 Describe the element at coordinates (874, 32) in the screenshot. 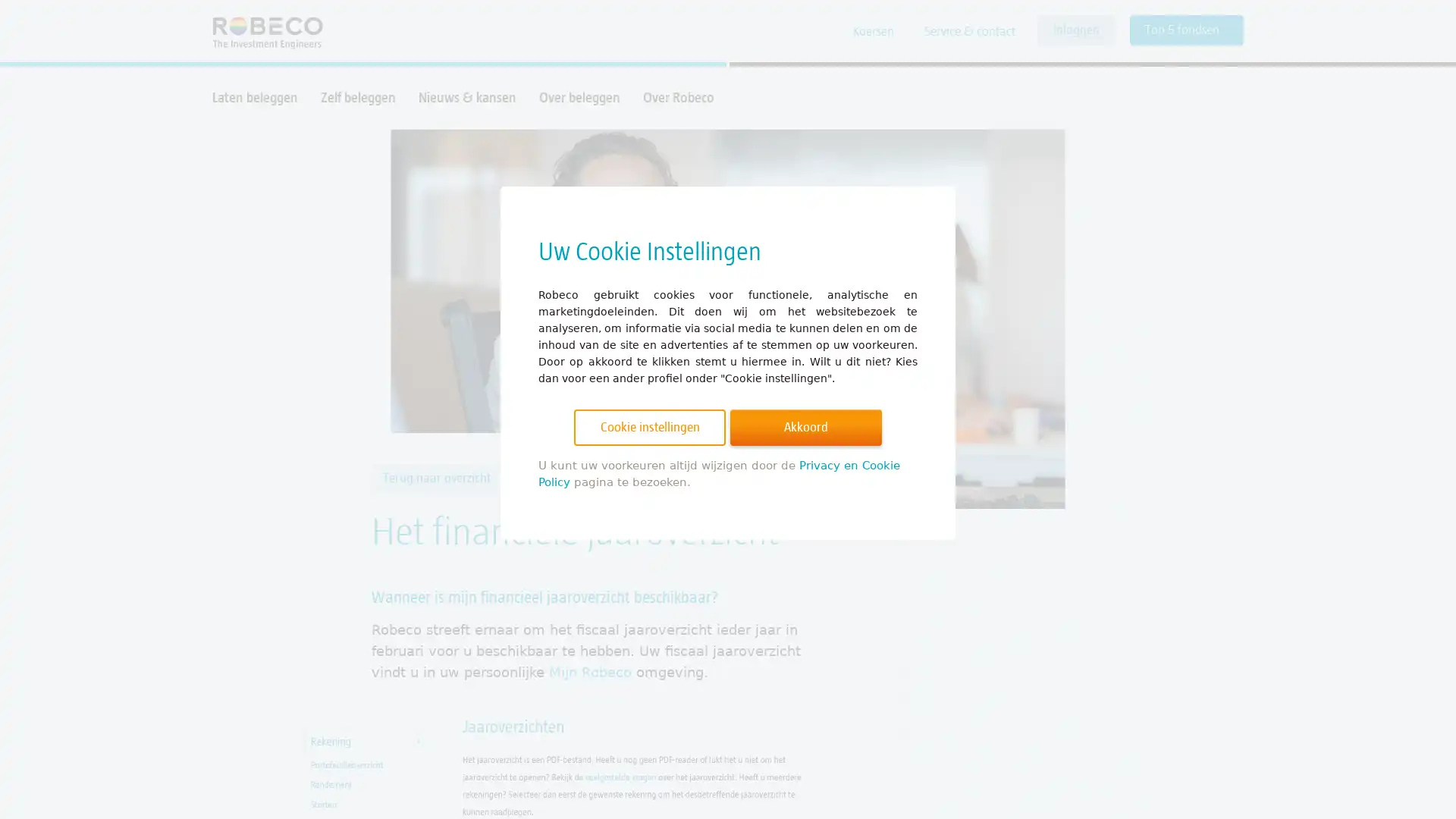

I see `Koersen` at that location.